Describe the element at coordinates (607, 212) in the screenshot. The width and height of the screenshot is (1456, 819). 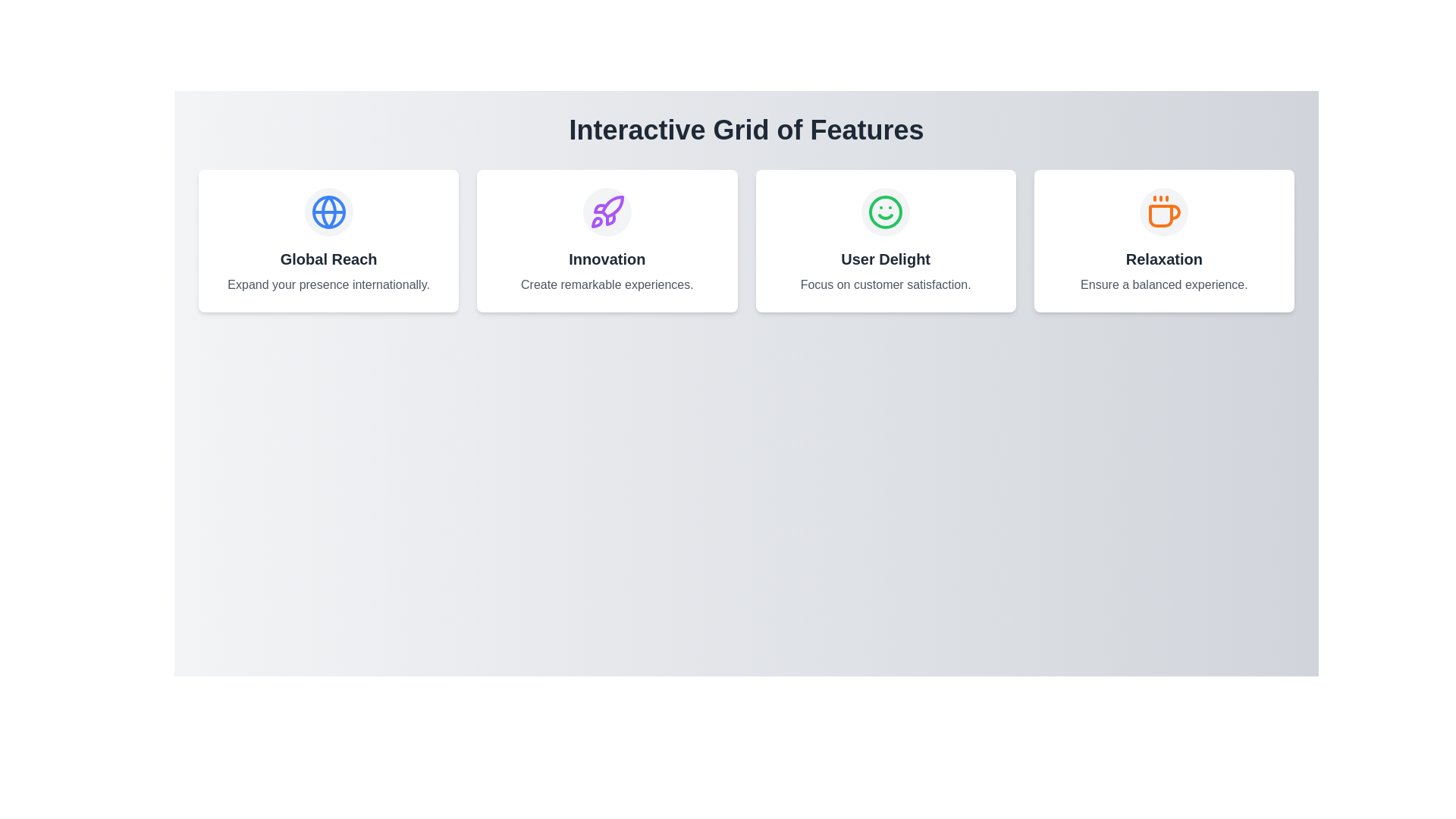
I see `the purple rocket icon representing innovation, which is centered within a circular gray background in the second card of the top row for navigation or detailed view` at that location.